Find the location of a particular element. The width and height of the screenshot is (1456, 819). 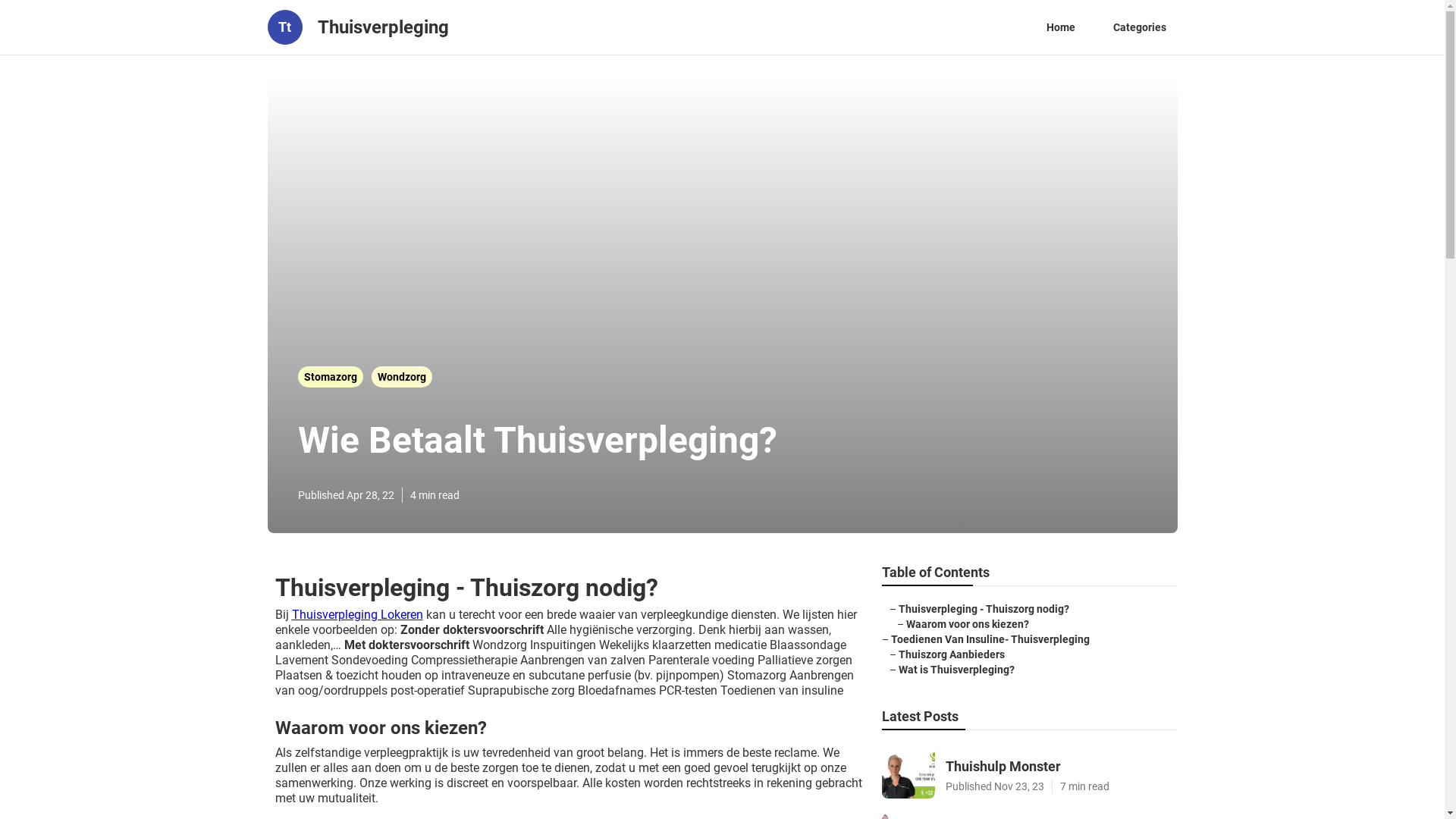

'Wondzorg' is located at coordinates (401, 376).